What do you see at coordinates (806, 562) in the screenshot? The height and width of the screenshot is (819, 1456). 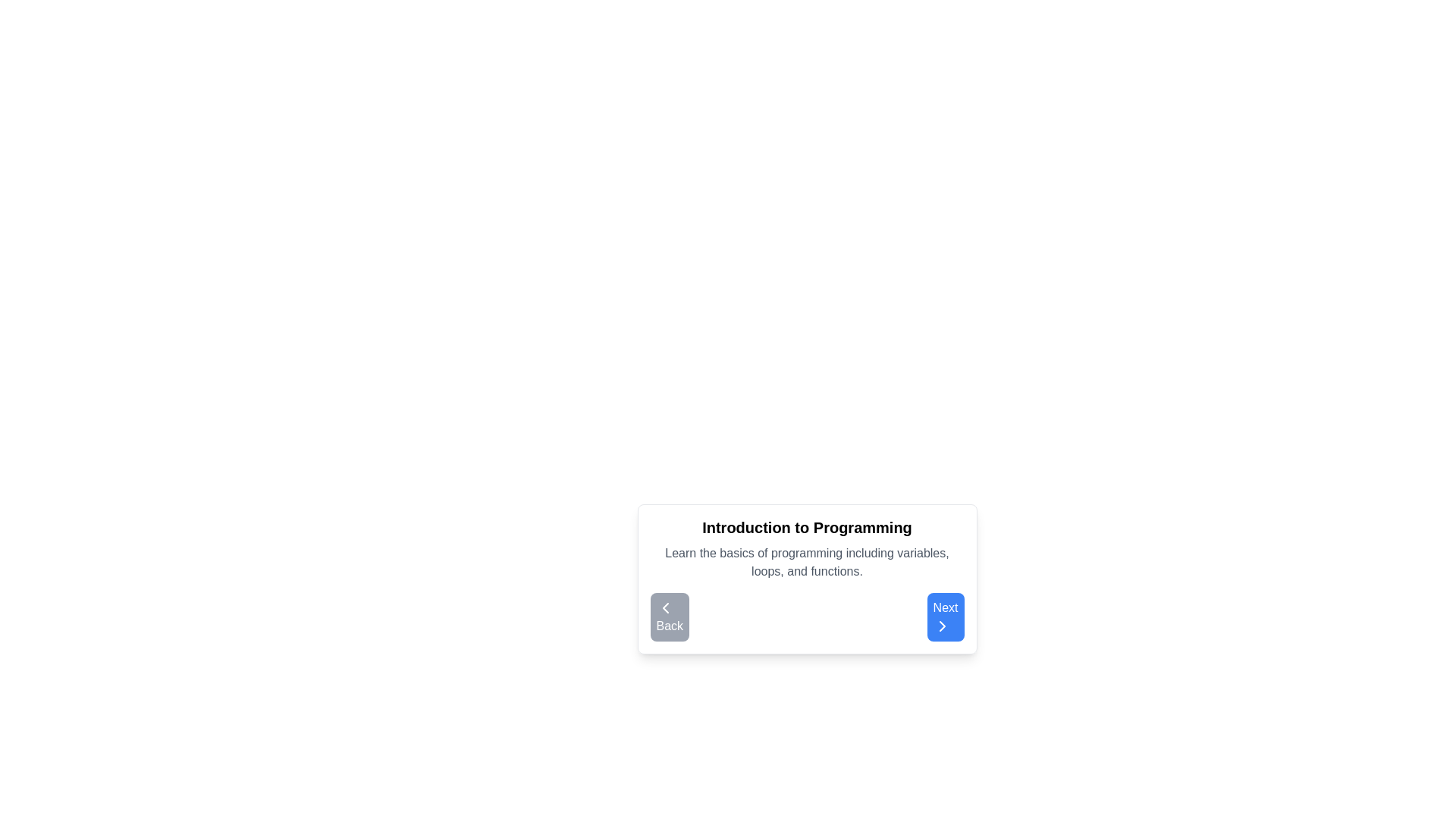 I see `the informational text block displaying 'Learn the basics of programming including variables, loops, and functions.' to potentially reveal additional information` at bounding box center [806, 562].